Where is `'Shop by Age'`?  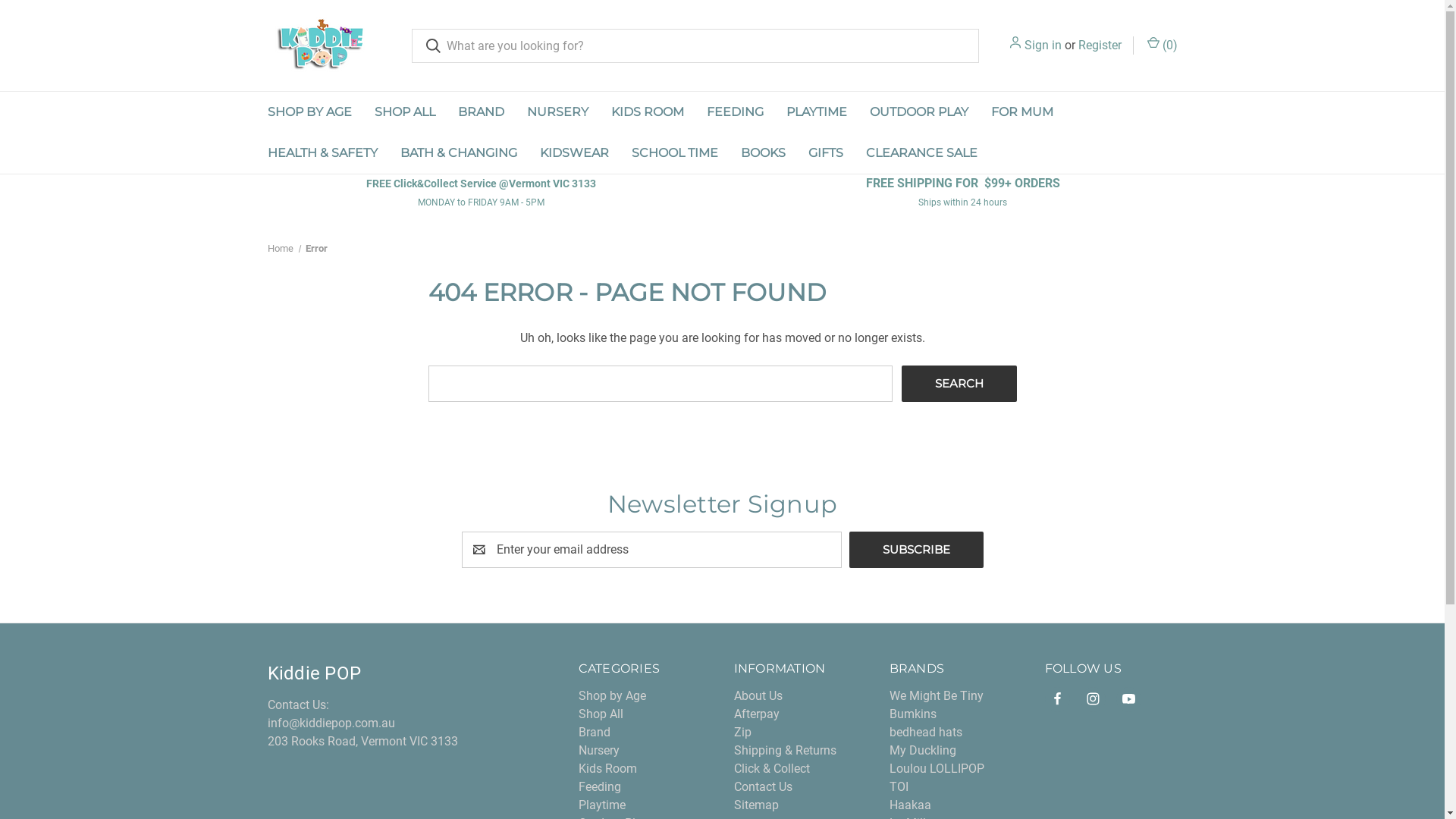
'Shop by Age' is located at coordinates (612, 695).